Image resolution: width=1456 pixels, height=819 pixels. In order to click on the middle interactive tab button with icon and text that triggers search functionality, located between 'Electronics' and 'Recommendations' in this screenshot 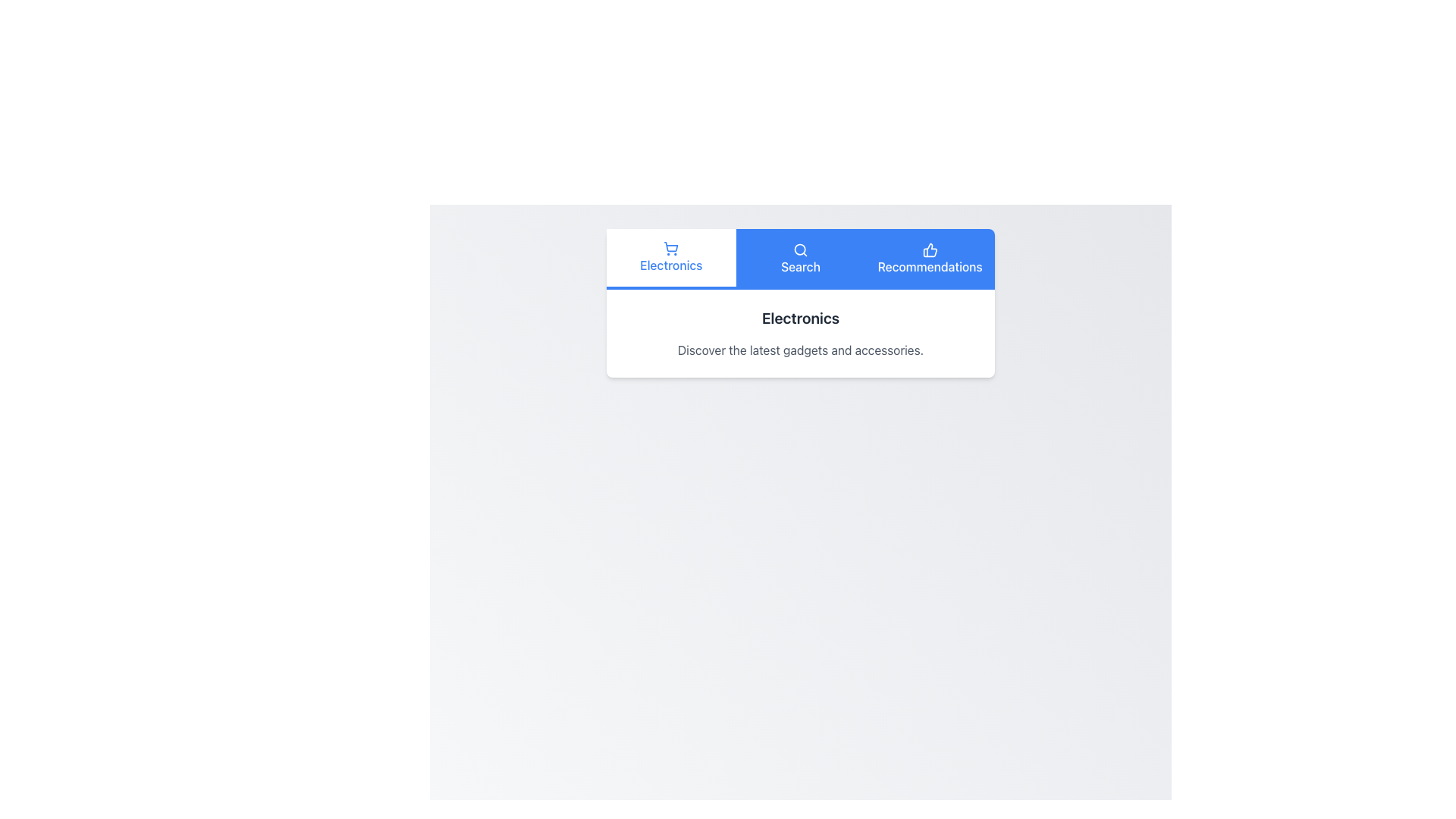, I will do `click(800, 259)`.